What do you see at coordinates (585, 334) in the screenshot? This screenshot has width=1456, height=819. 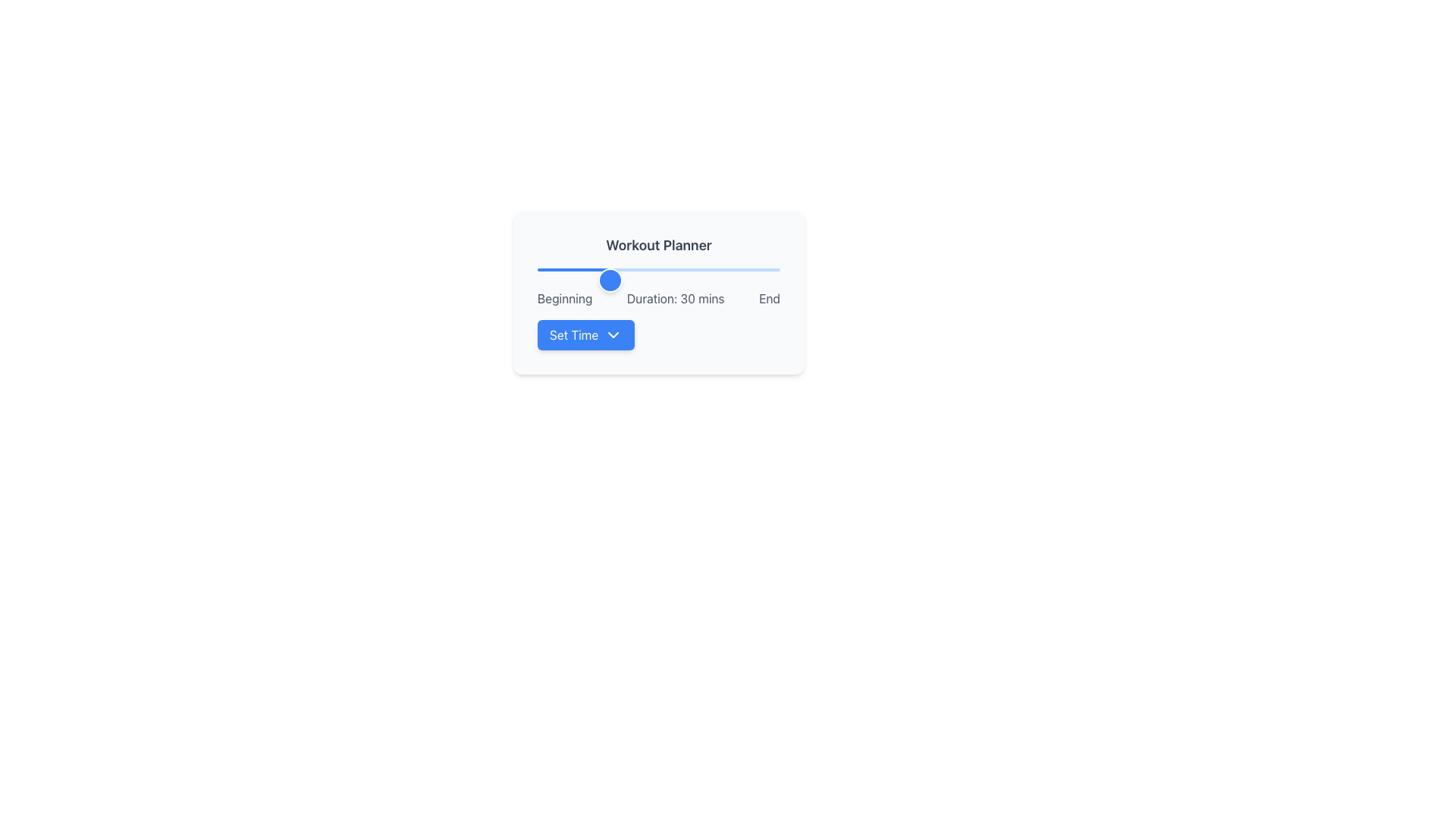 I see `the 'Set Time' button with an integrated dropdown trigger located in the lower section of the 'Workout Planner' card` at bounding box center [585, 334].